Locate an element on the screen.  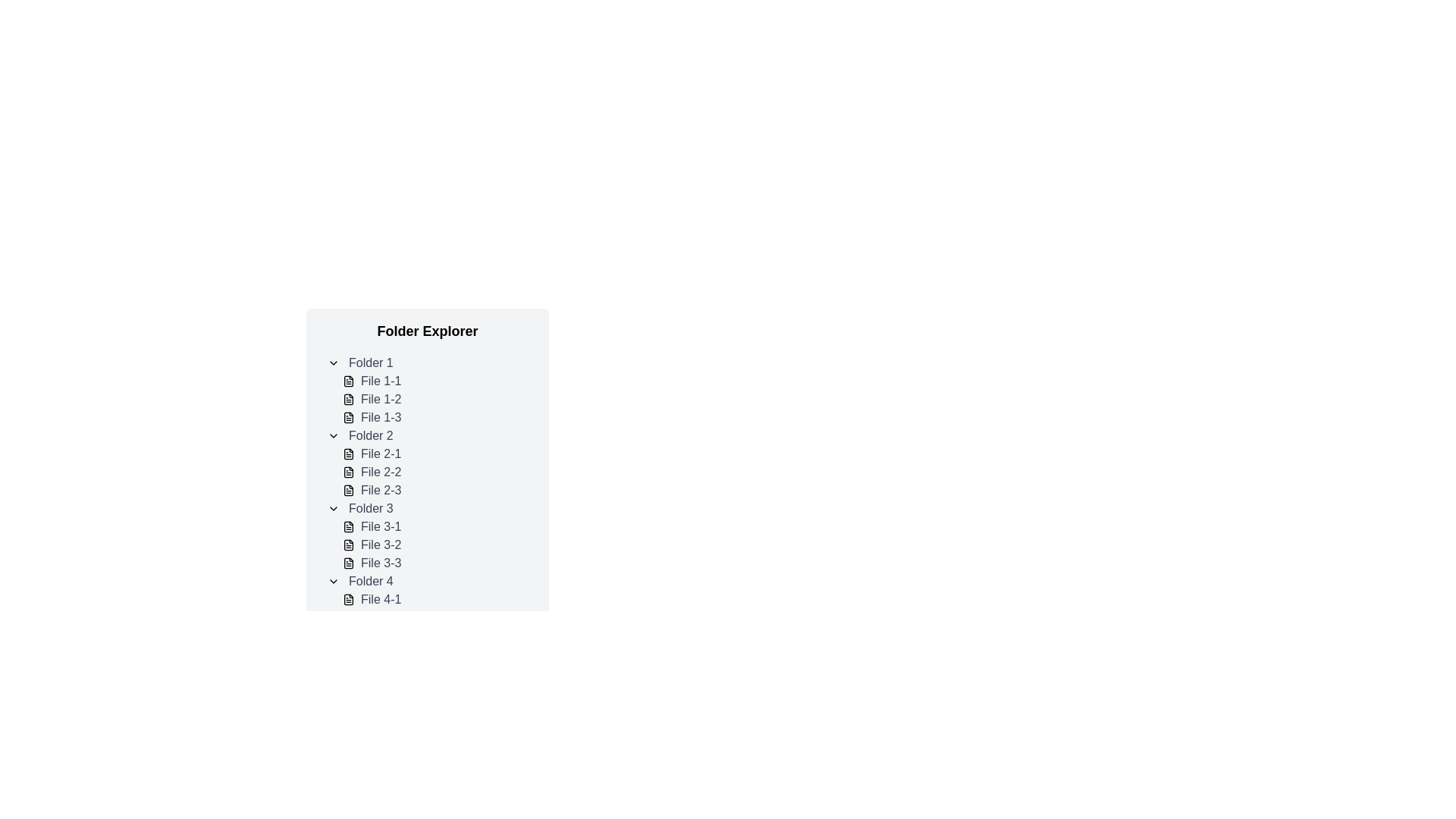
the 'Folder 4' text label in the vertical list under 'Folder Explorer' is located at coordinates (371, 581).